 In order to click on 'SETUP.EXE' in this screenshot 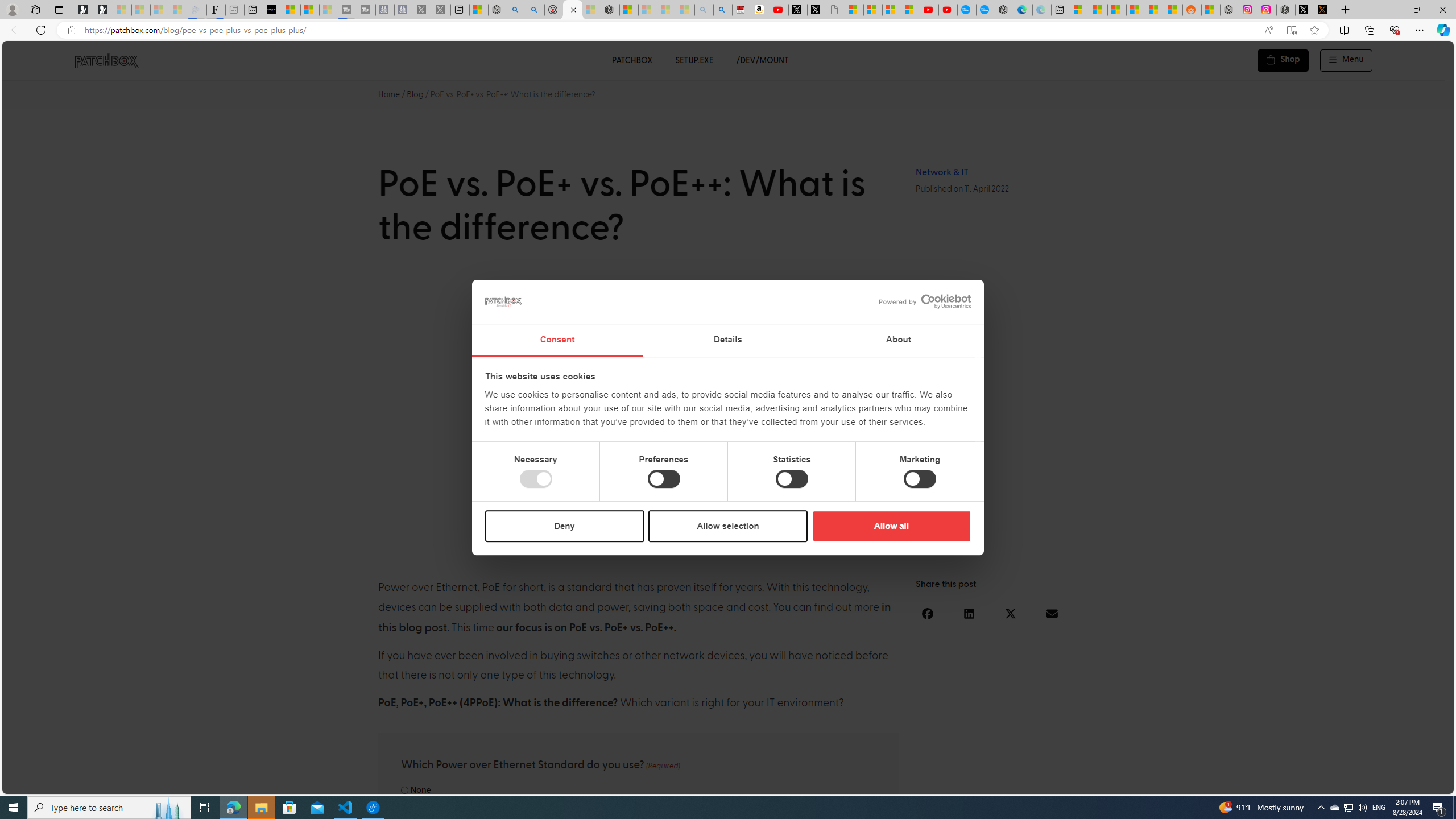, I will do `click(694, 60)`.